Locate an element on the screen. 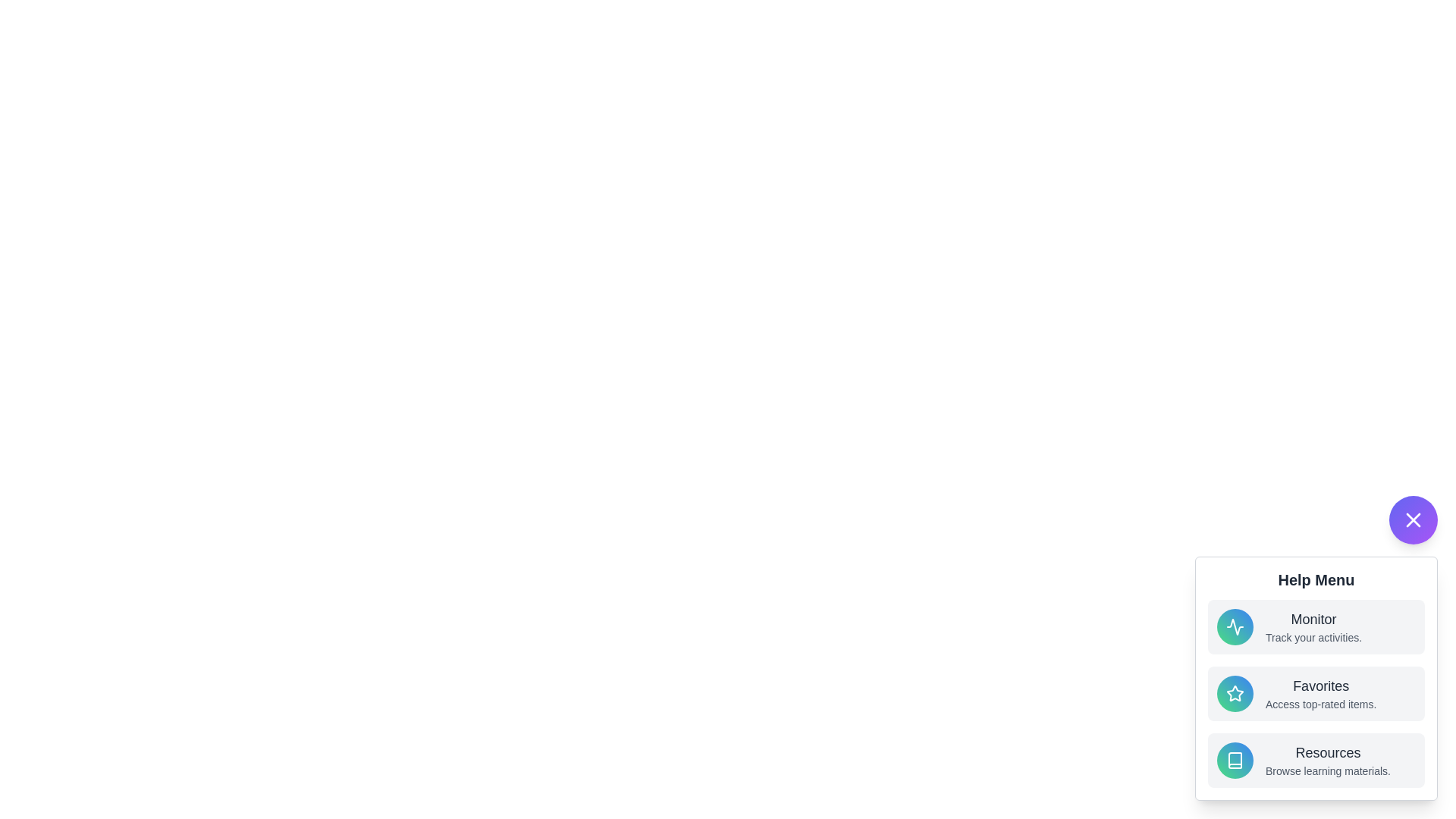 The height and width of the screenshot is (819, 1456). the help option Resources by clicking on it is located at coordinates (1316, 760).